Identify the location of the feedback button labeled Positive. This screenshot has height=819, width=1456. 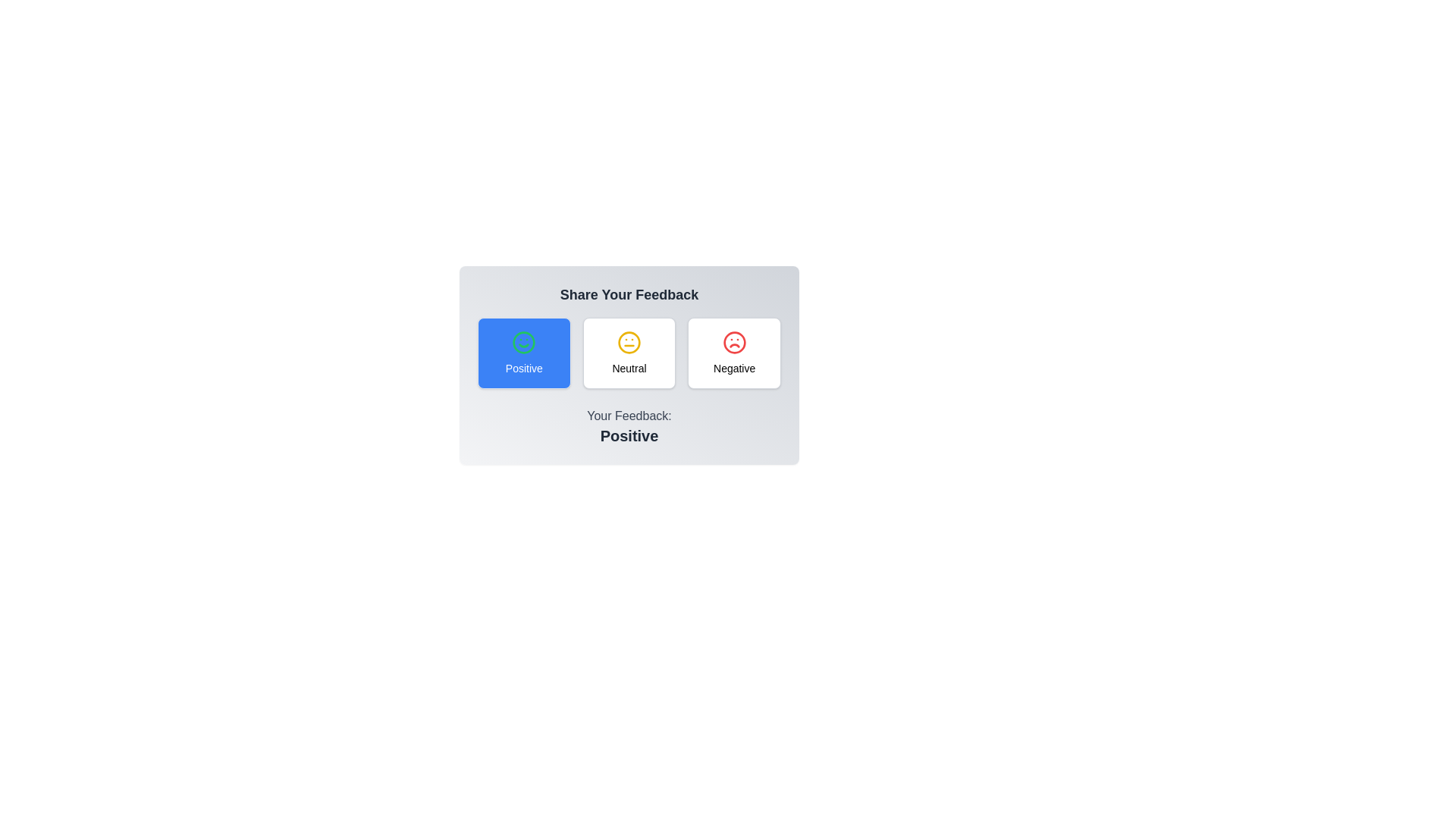
(524, 353).